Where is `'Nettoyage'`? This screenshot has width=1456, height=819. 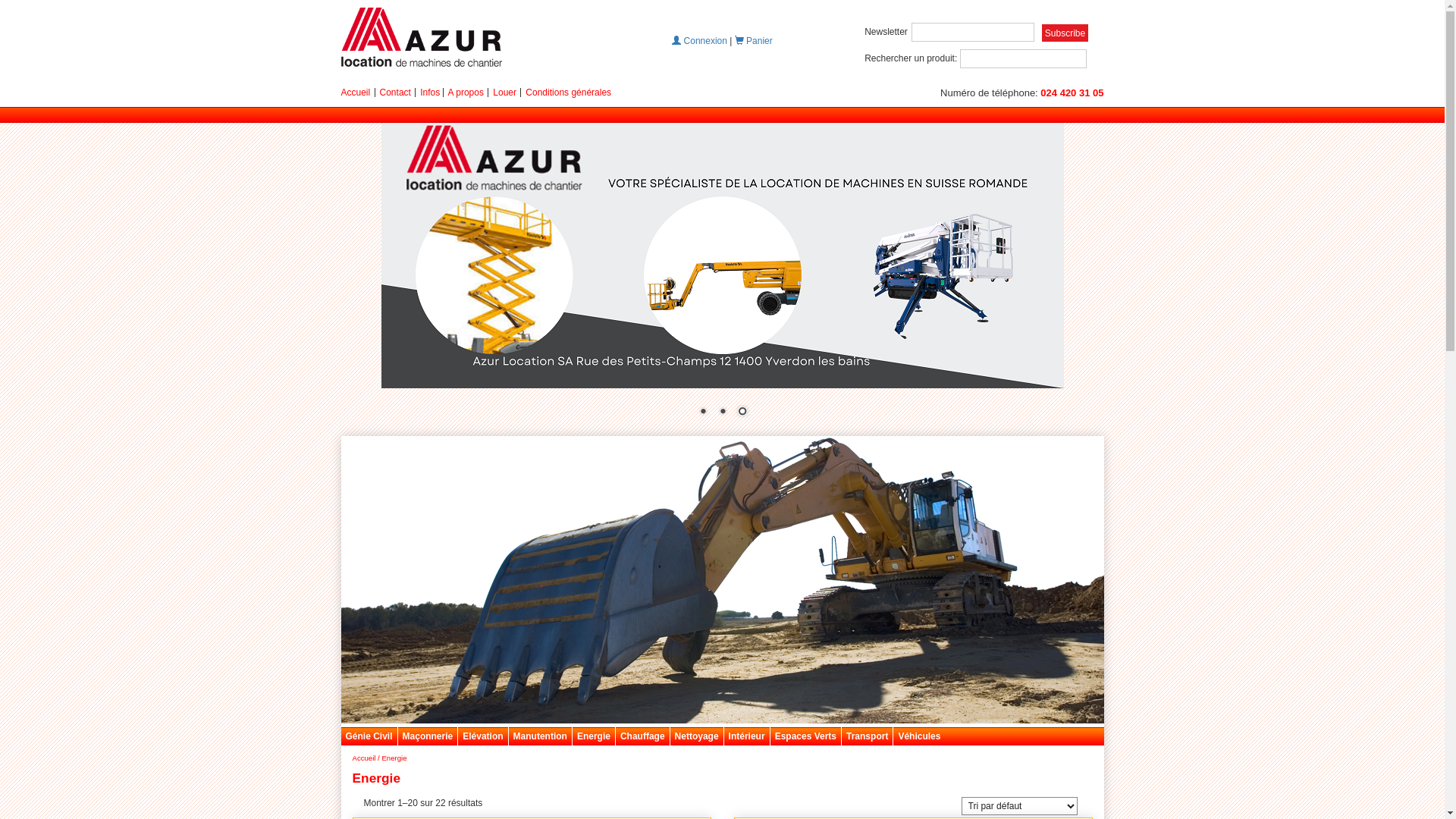
'Nettoyage' is located at coordinates (695, 736).